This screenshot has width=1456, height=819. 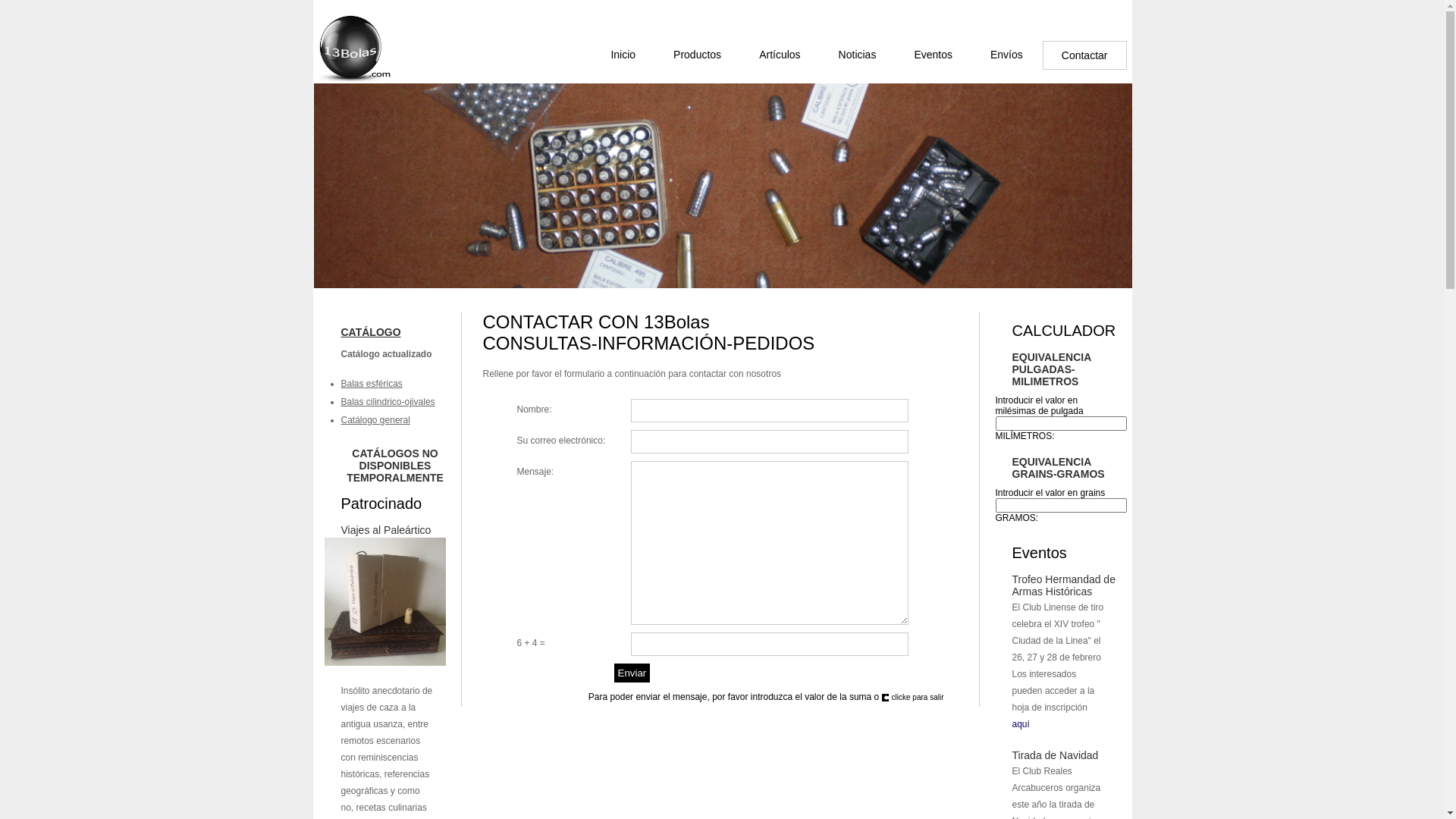 What do you see at coordinates (932, 54) in the screenshot?
I see `'Eventos'` at bounding box center [932, 54].